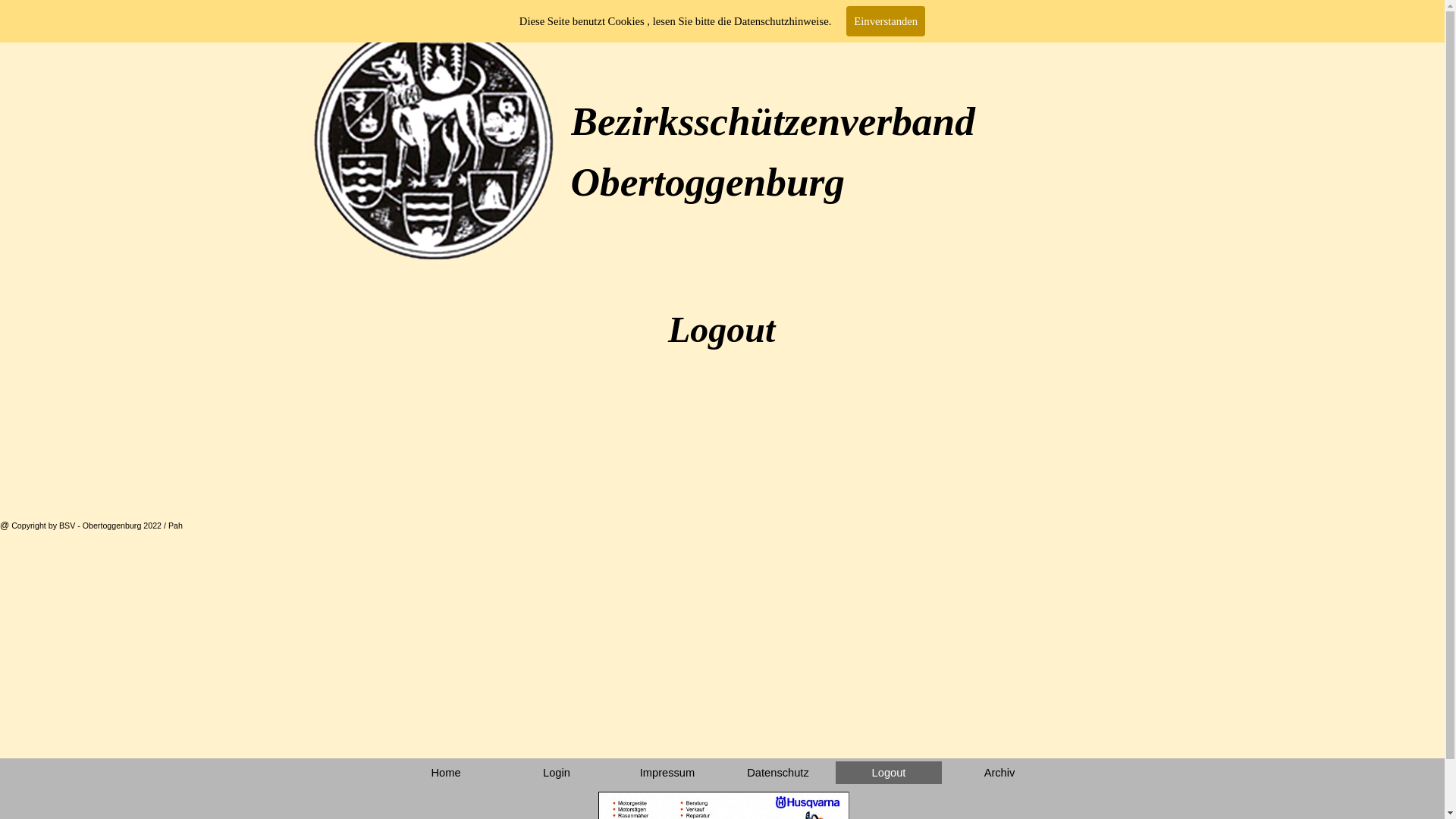  Describe the element at coordinates (781, 20) in the screenshot. I see `'Datenschutzhinweise'` at that location.